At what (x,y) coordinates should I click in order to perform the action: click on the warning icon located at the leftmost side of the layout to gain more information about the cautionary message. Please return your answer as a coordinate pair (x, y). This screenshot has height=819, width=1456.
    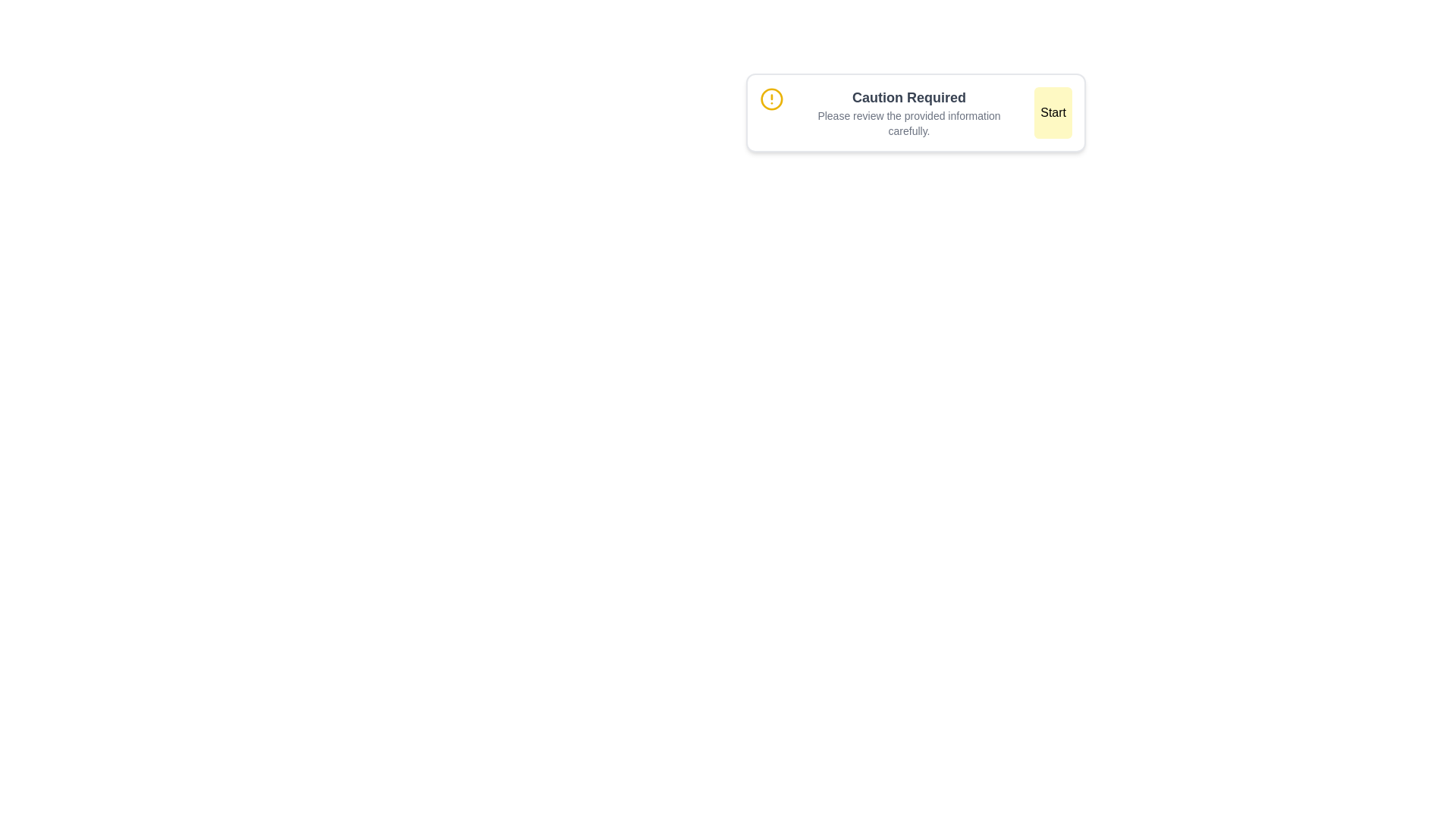
    Looking at the image, I should click on (771, 99).